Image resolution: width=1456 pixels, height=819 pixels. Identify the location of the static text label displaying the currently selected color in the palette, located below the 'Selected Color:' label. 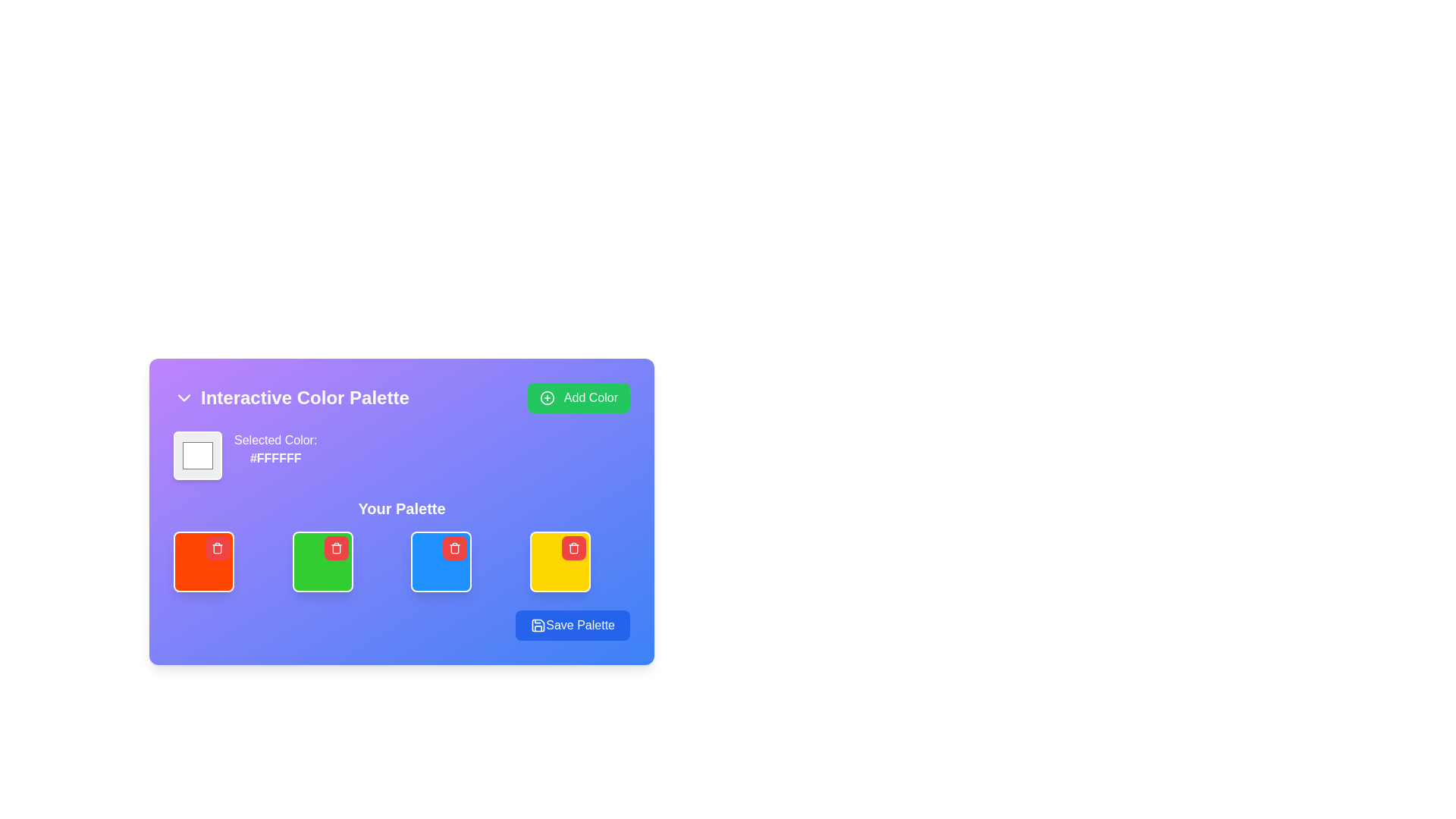
(275, 458).